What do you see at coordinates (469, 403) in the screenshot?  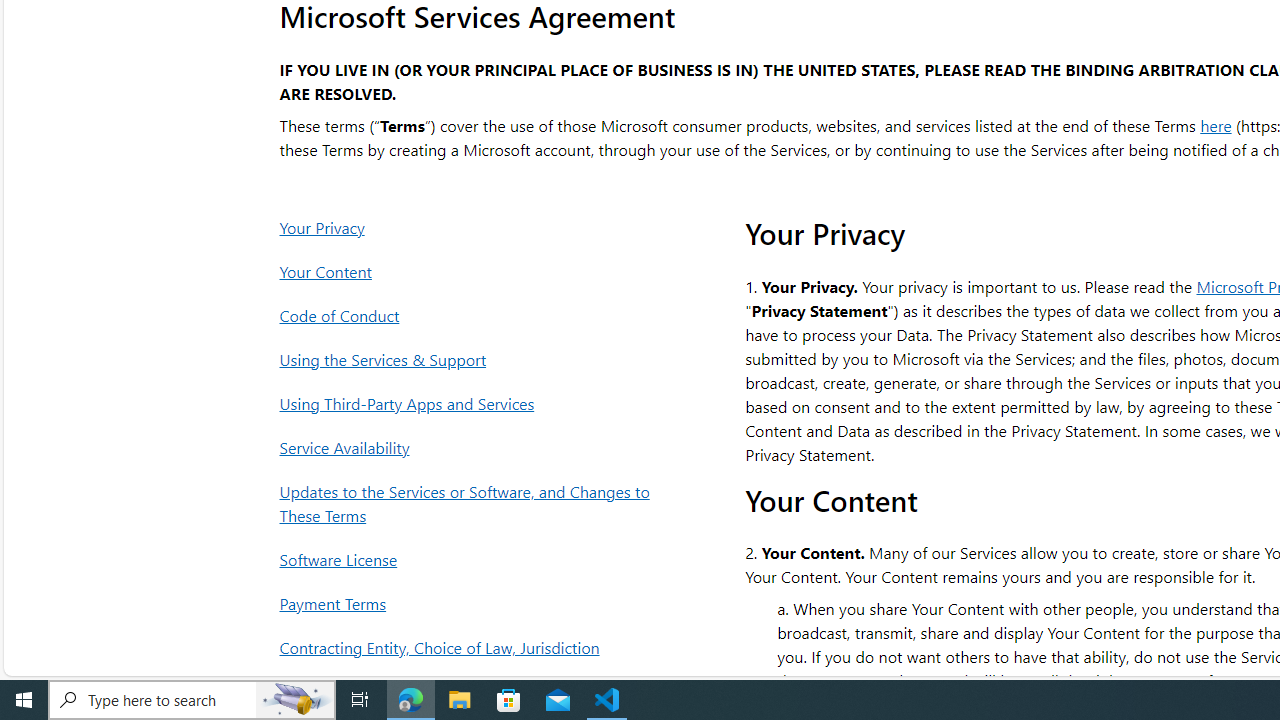 I see `'Using Third-Party Apps and Services'` at bounding box center [469, 403].